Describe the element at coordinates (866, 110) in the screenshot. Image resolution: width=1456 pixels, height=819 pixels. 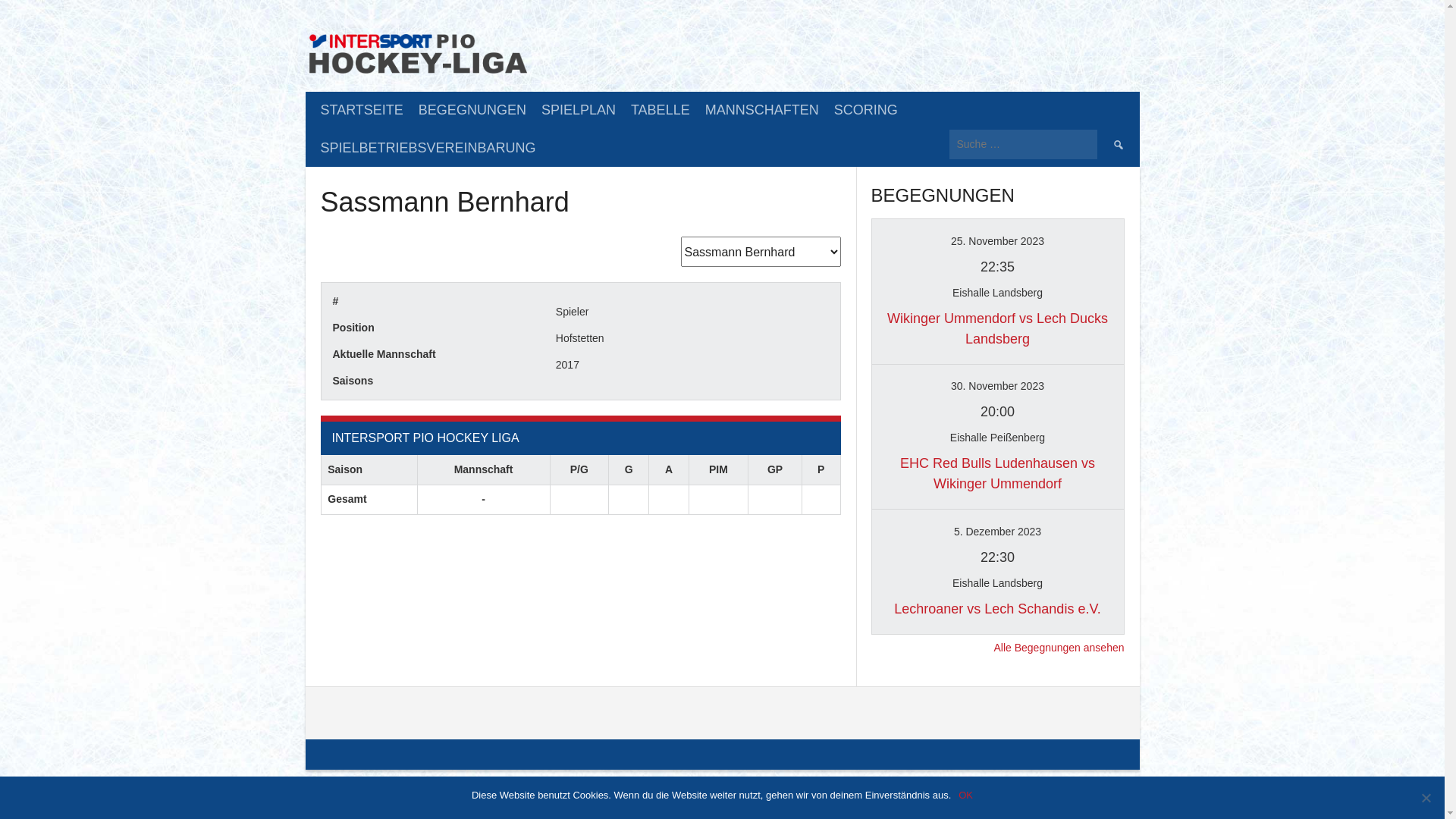
I see `'SCORING'` at that location.